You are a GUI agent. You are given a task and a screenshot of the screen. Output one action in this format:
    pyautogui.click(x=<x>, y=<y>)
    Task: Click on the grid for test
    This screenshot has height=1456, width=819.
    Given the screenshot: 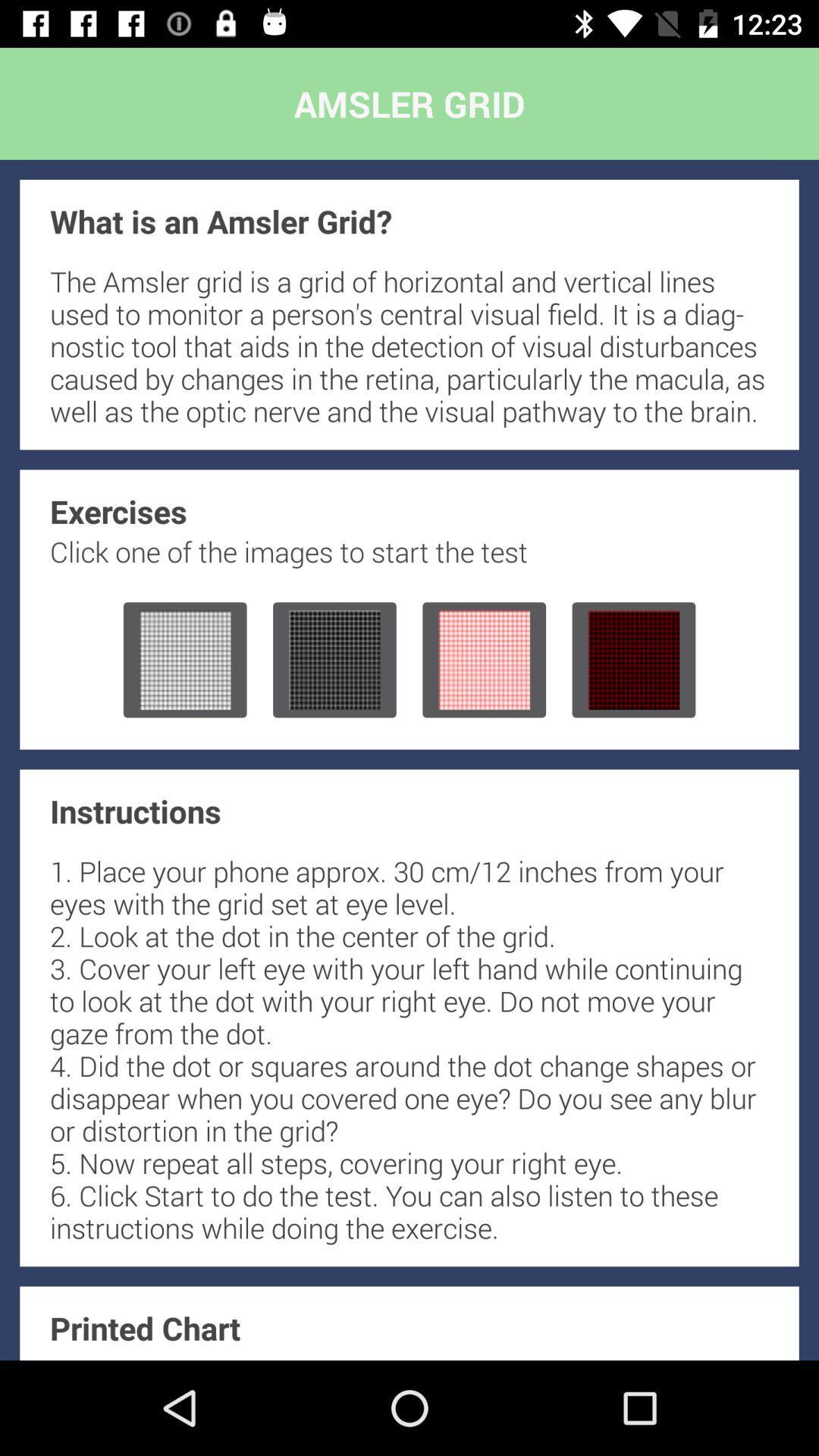 What is the action you would take?
    pyautogui.click(x=633, y=660)
    